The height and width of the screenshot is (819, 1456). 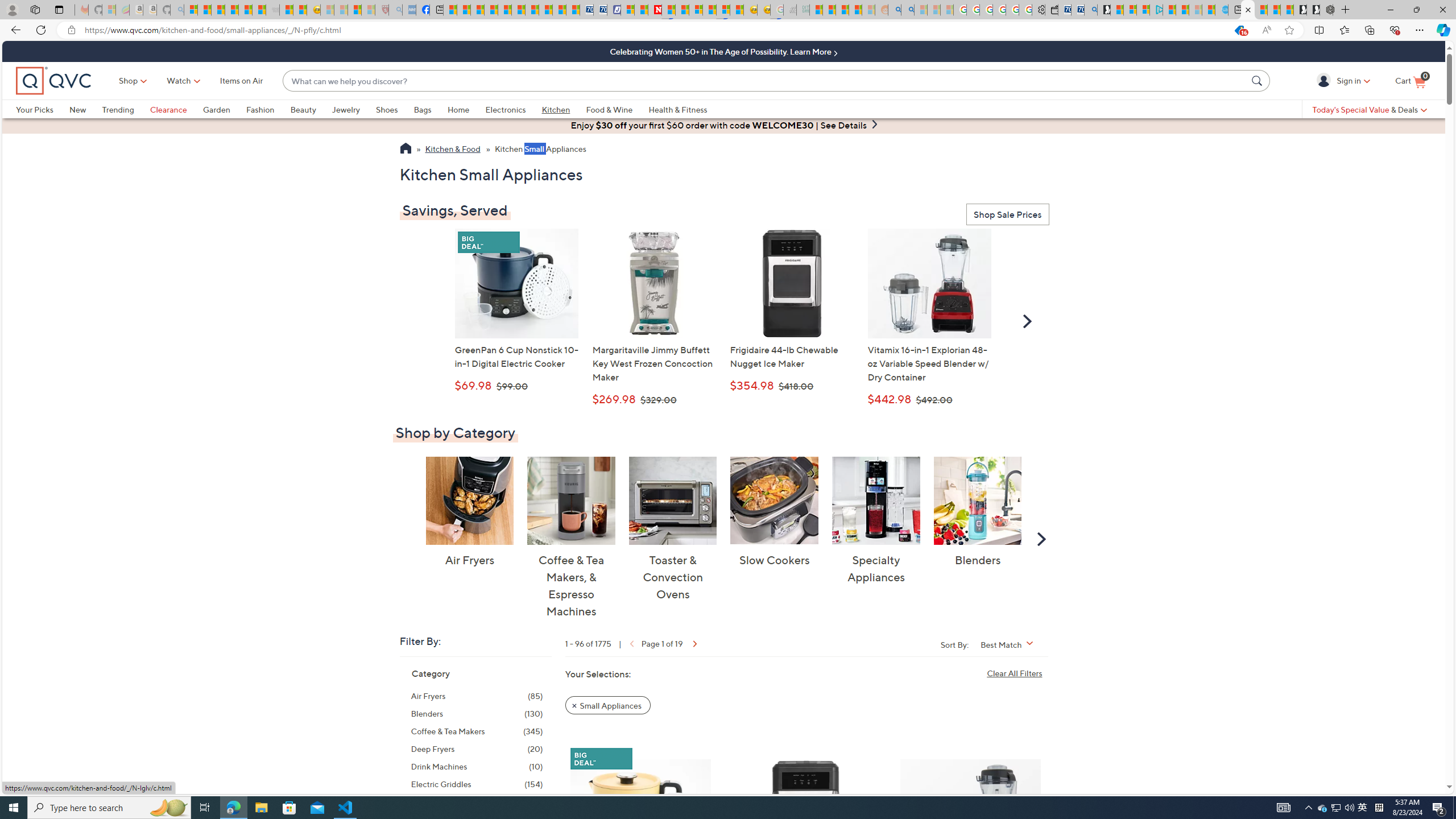 What do you see at coordinates (556, 109) in the screenshot?
I see `'Kitchen'` at bounding box center [556, 109].